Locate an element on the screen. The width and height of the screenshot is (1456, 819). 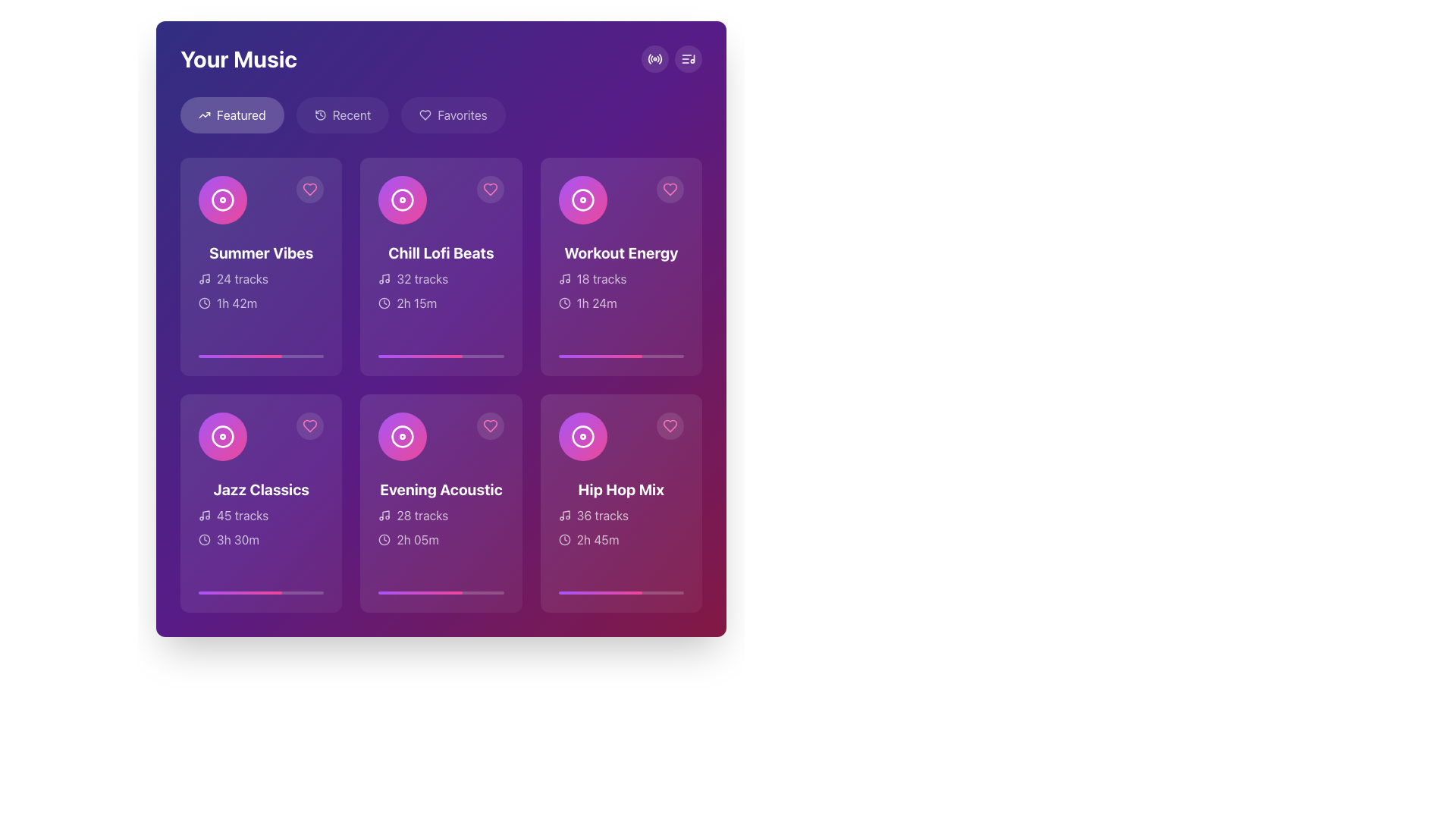
the circular gradient icon with a white disc at its center located in the upper-left region of the 'Evening Acoustic' card is located at coordinates (403, 436).